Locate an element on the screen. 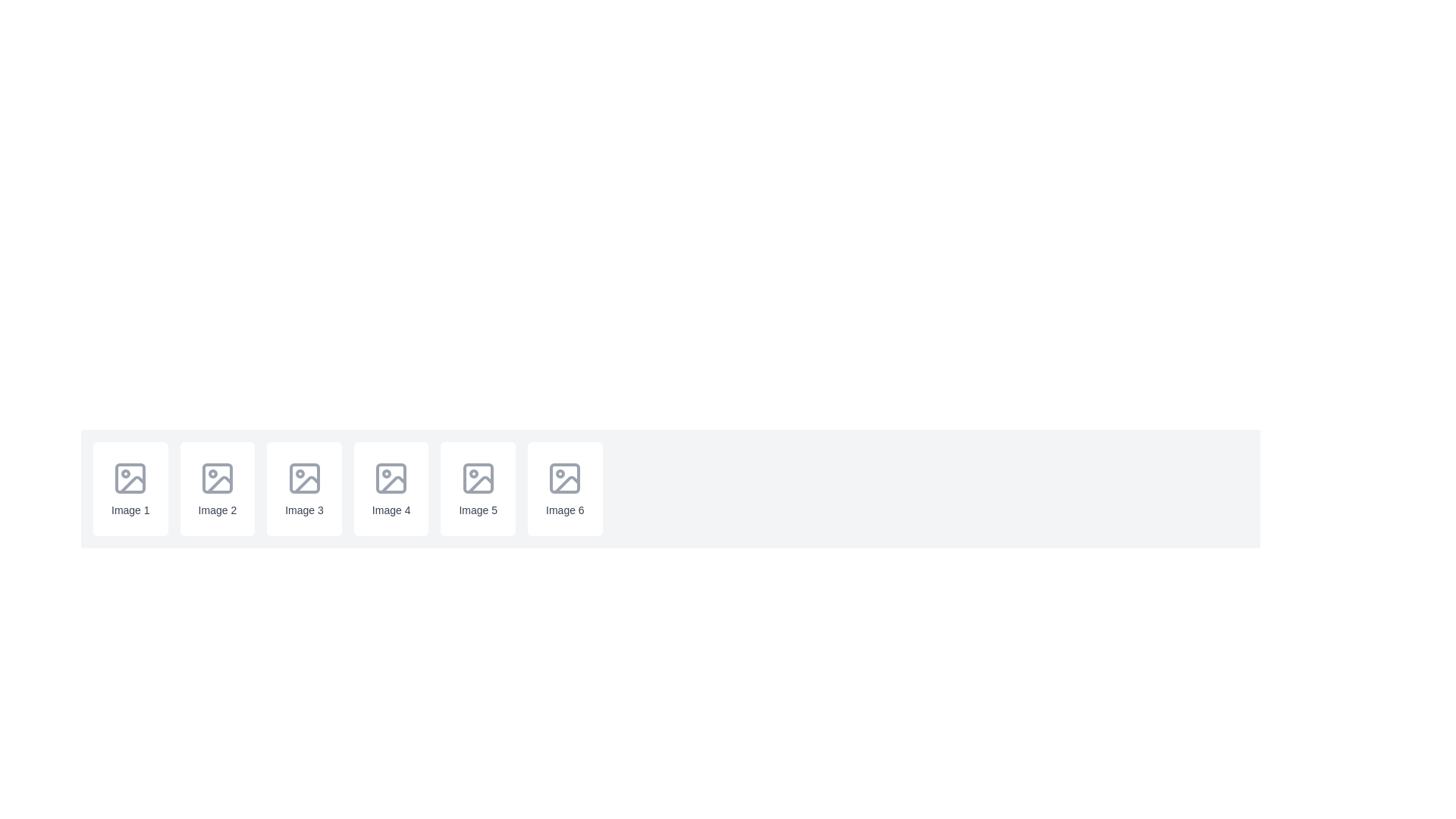 This screenshot has height=819, width=1456. the icon depicting an image with a rectangular frame and a circular detail inside, located under the text label 'Image 2' in the second slot of a horizontal list of icons is located at coordinates (216, 479).